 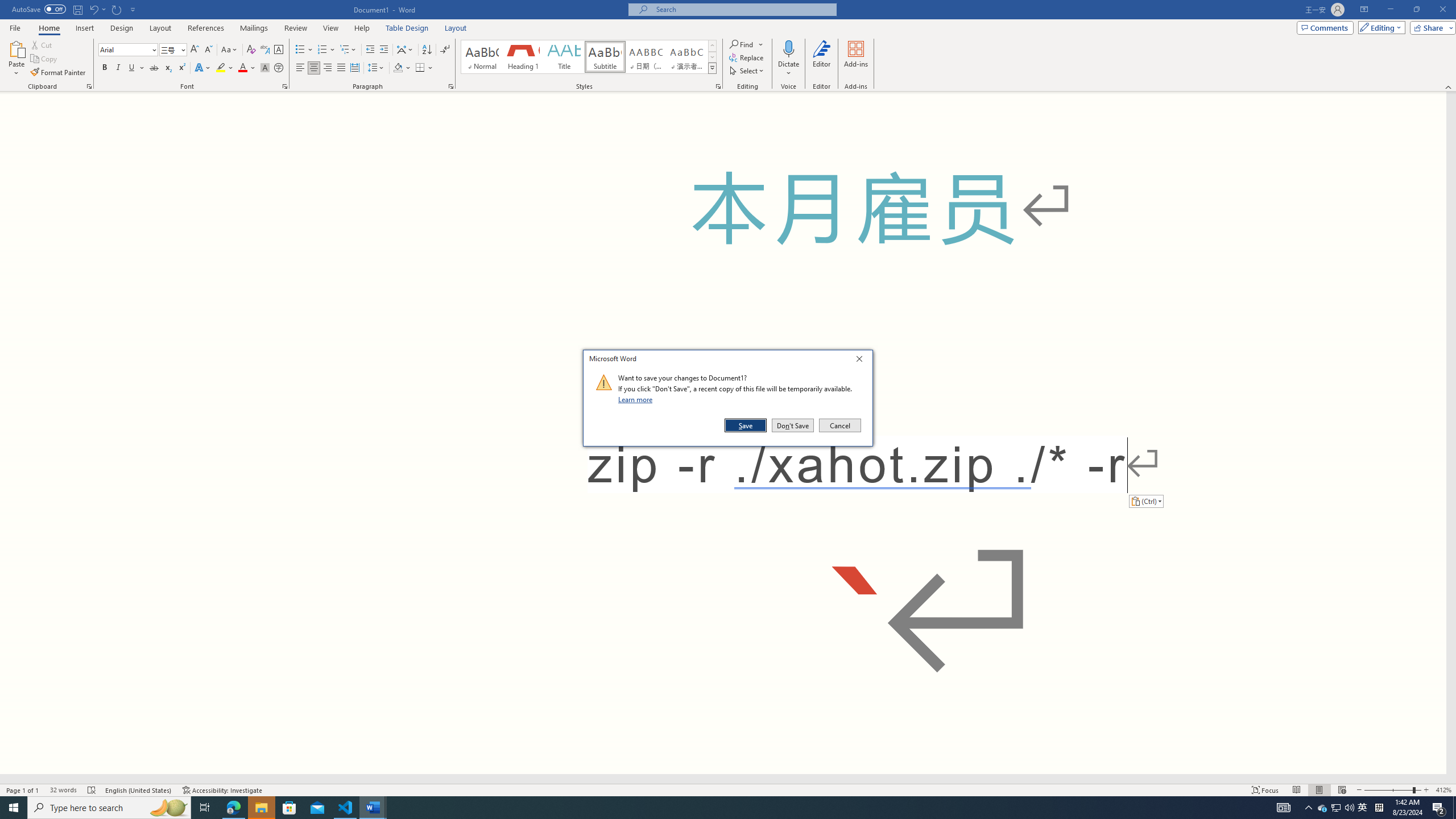 I want to click on 'Class: NetUIImage', so click(x=603, y=382).